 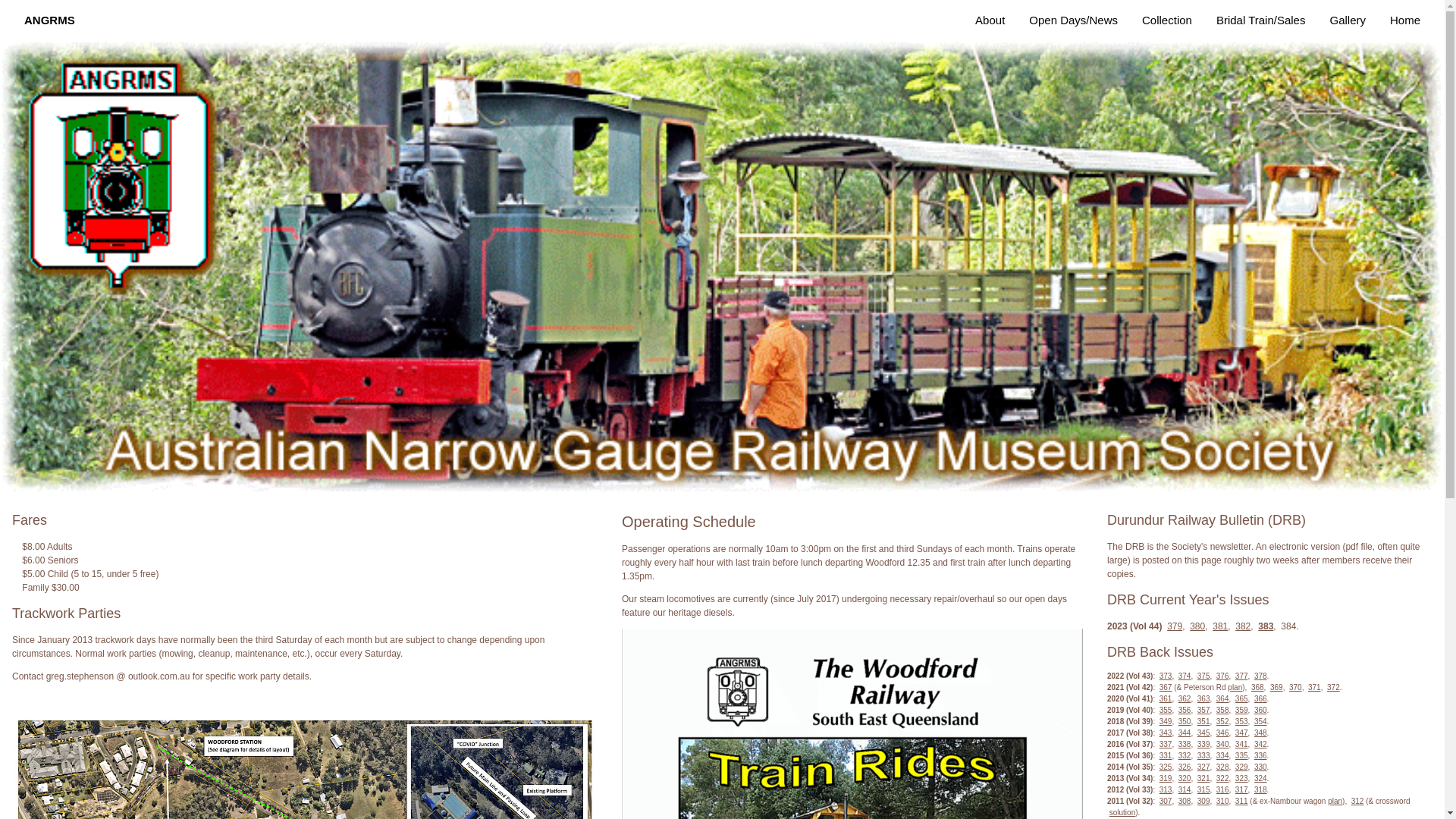 What do you see at coordinates (1203, 800) in the screenshot?
I see `'309'` at bounding box center [1203, 800].